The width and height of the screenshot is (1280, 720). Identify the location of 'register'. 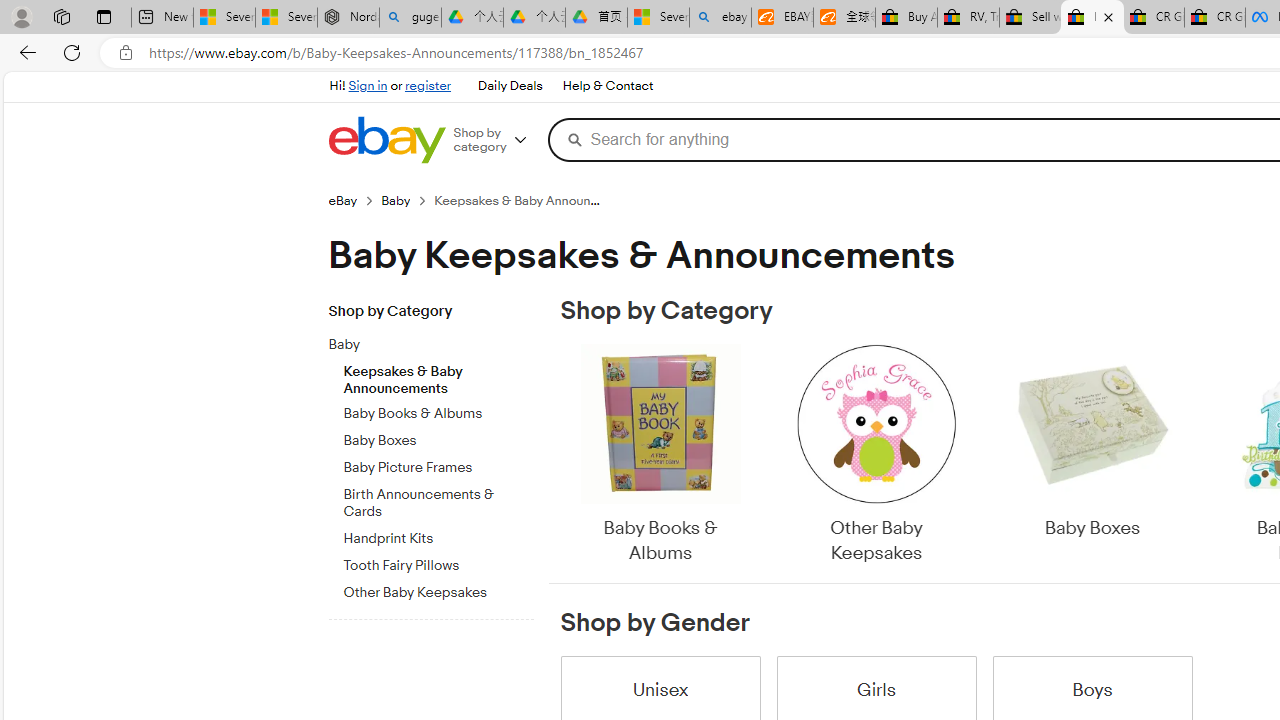
(427, 85).